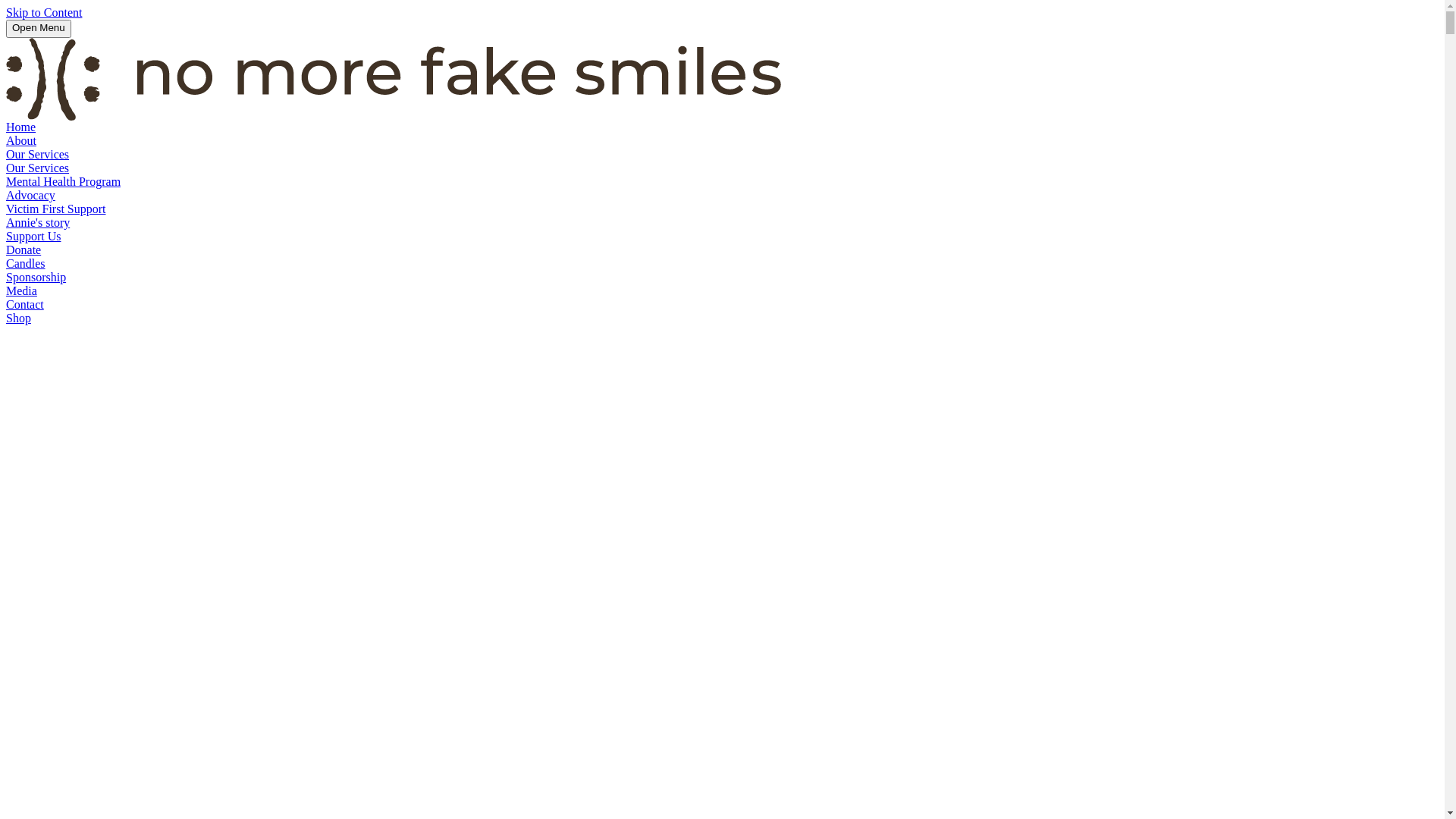 The height and width of the screenshot is (819, 1456). I want to click on 'Our Services', so click(37, 168).